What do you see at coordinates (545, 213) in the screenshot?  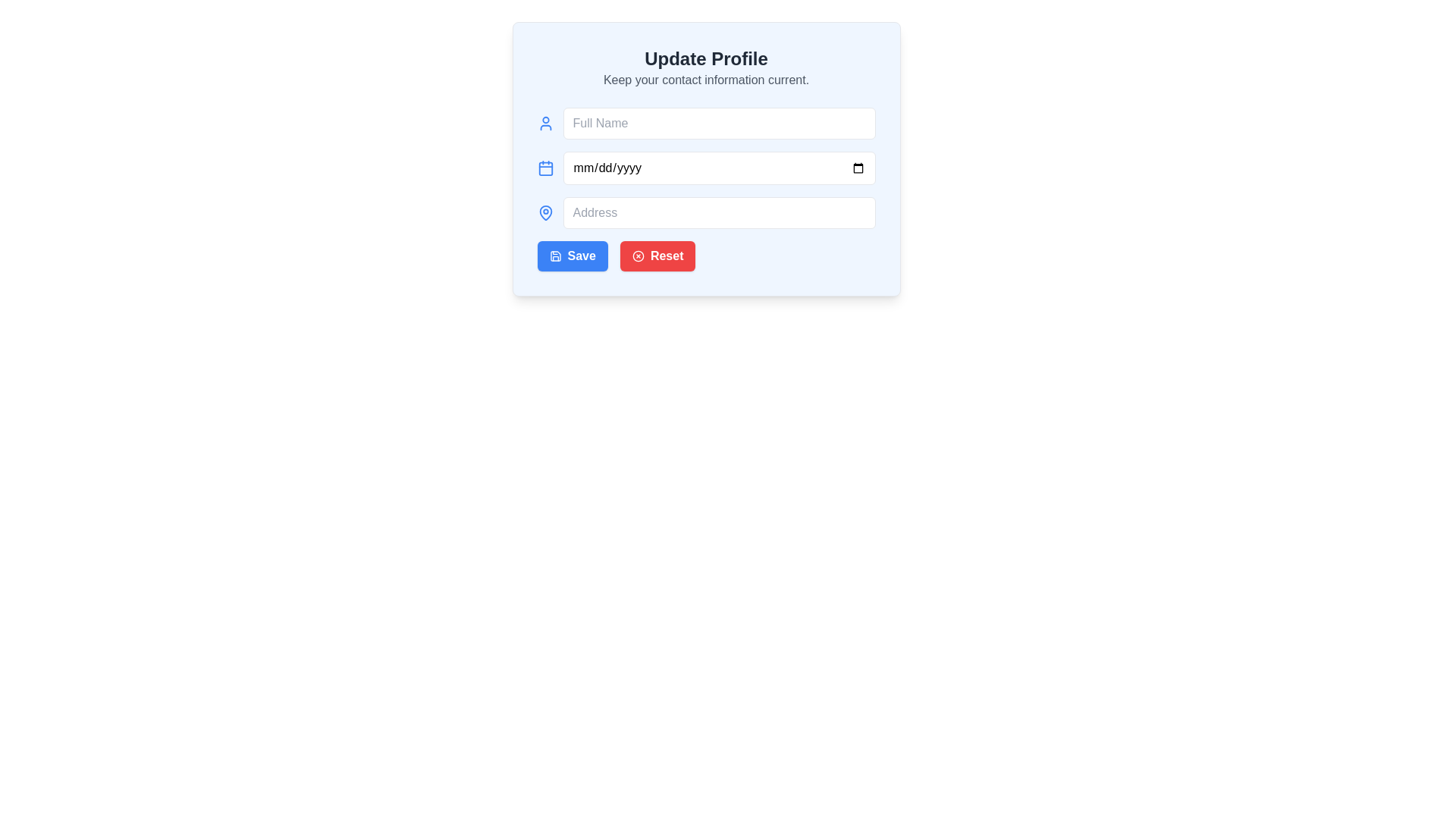 I see `the blue pin-shaped decorative SVG icon located in the top-left corner of the 'Address' input field` at bounding box center [545, 213].